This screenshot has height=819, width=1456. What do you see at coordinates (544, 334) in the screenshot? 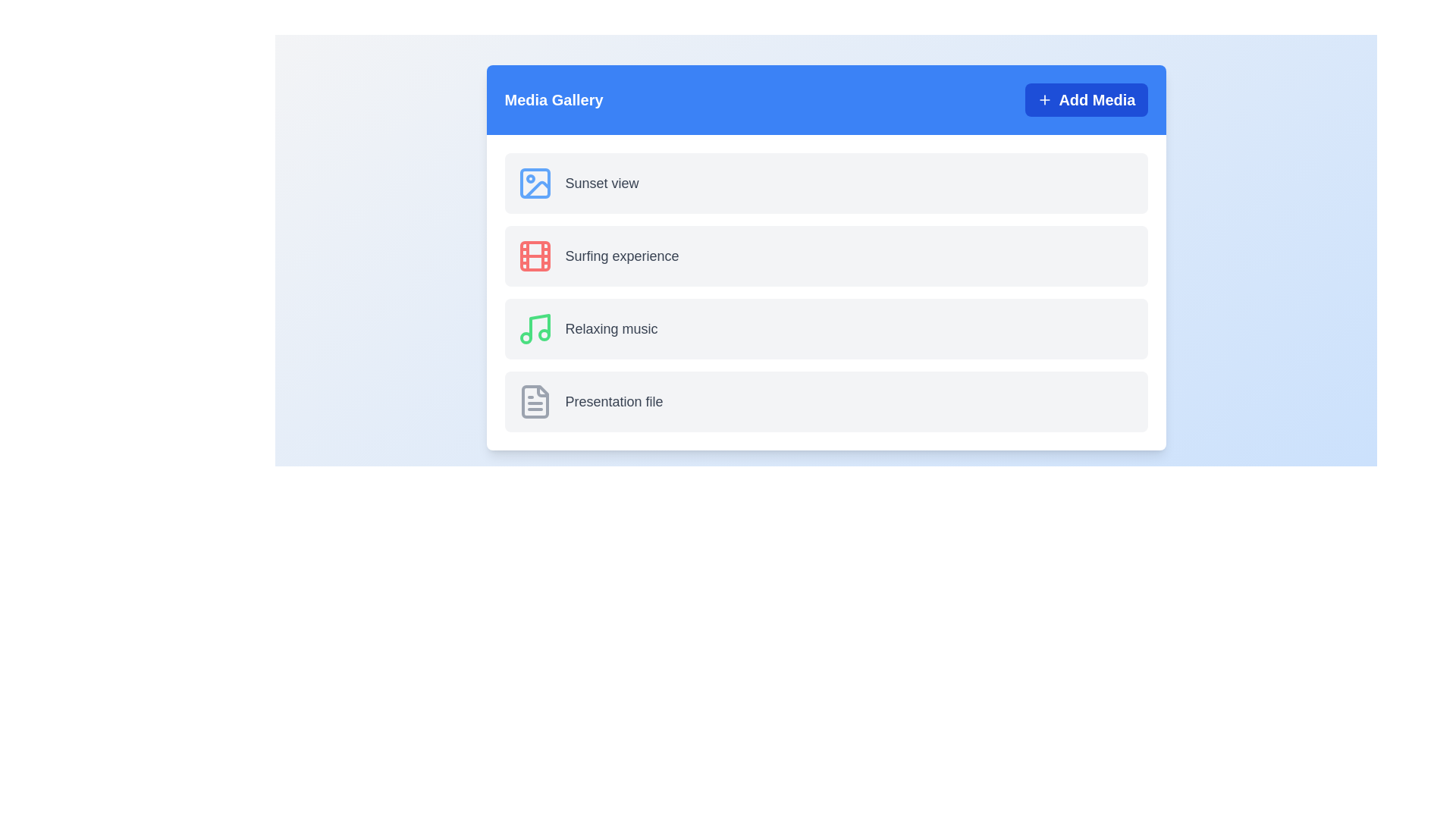
I see `the SVG circle element that visually denotes an aspect of the 'Relaxing music' item located within the third item of the vertical list in the 'Media Gallery'` at bounding box center [544, 334].